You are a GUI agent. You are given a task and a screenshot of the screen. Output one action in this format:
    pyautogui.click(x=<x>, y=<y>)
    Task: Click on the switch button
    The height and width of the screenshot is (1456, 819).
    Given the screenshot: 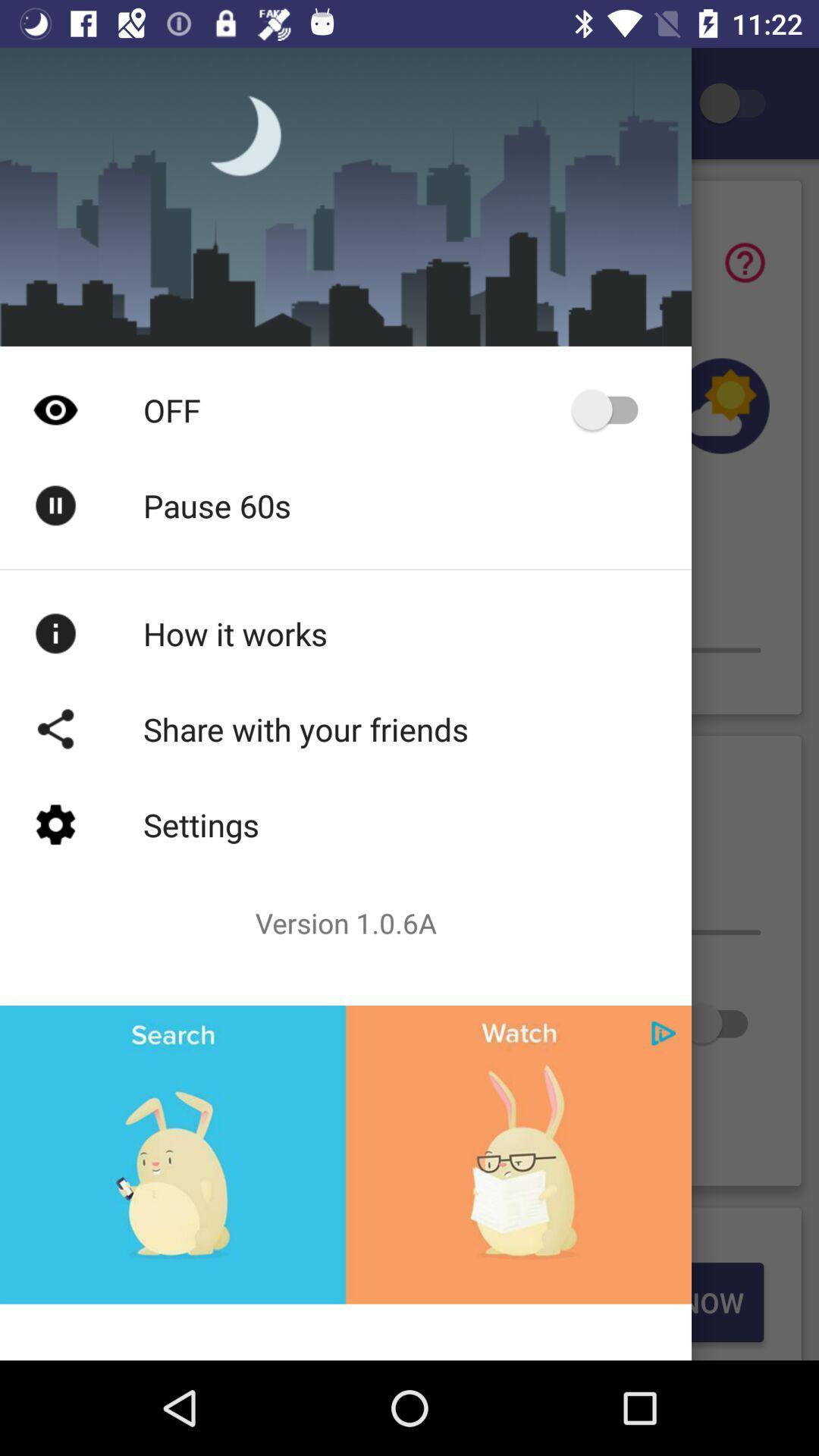 What is the action you would take?
    pyautogui.click(x=721, y=1023)
    